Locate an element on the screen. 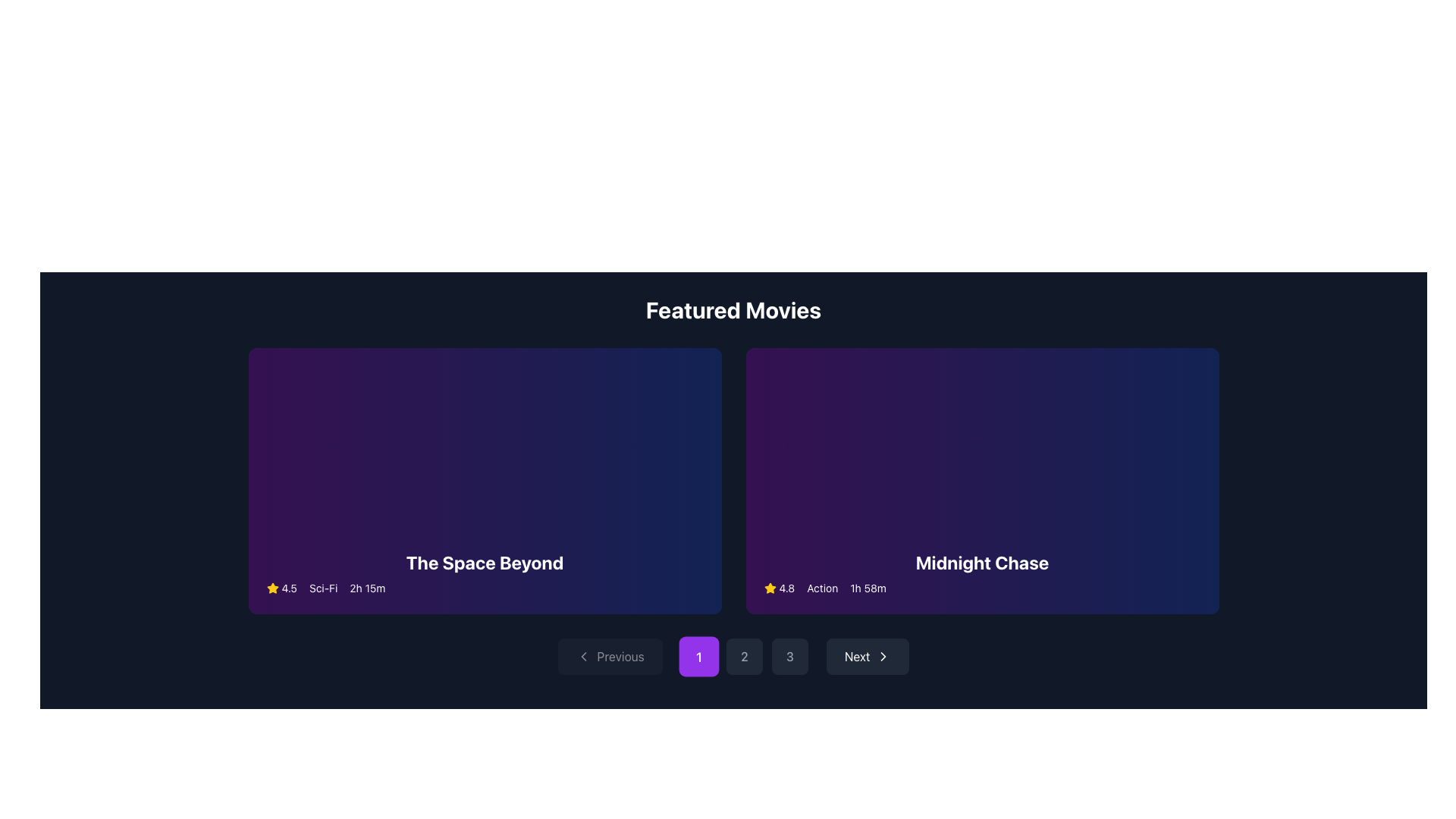 The image size is (1456, 819). the first pagination button is located at coordinates (698, 656).